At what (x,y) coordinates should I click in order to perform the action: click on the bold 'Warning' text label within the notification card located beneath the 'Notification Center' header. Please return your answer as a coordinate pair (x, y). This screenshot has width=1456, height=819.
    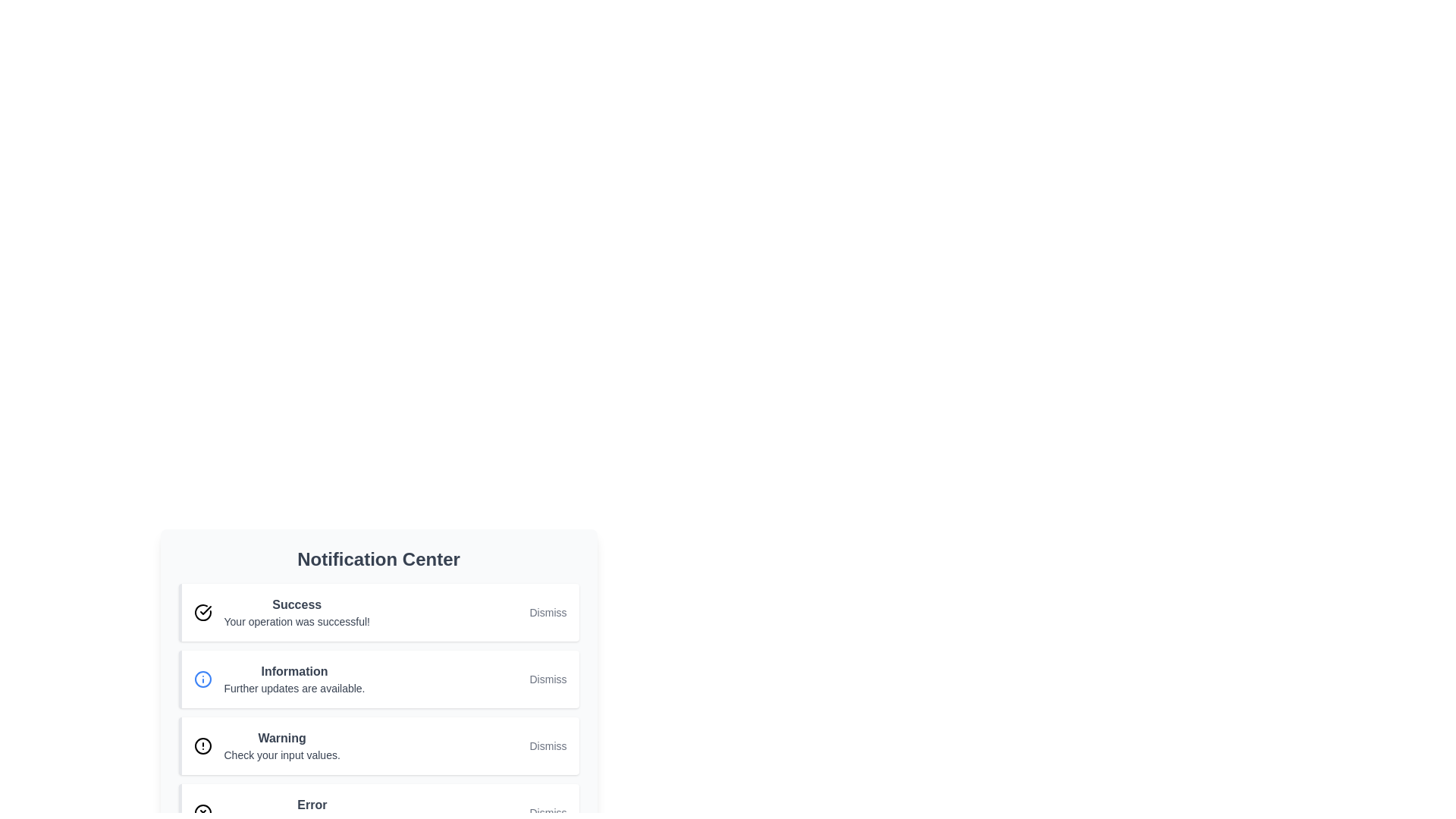
    Looking at the image, I should click on (282, 738).